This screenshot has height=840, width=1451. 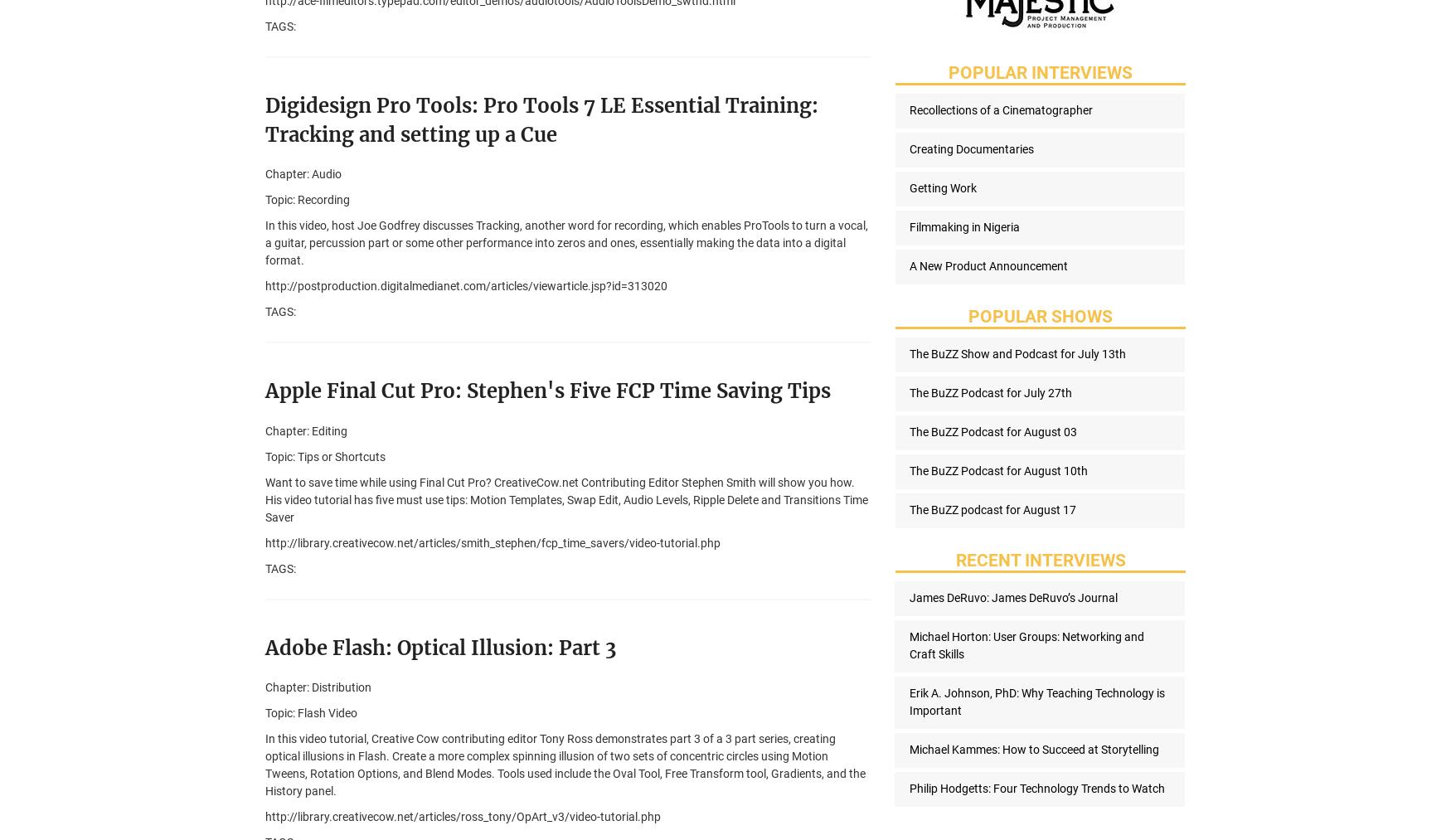 What do you see at coordinates (1012, 597) in the screenshot?
I see `'James DeRuvo: James DeRuvo’s Journal'` at bounding box center [1012, 597].